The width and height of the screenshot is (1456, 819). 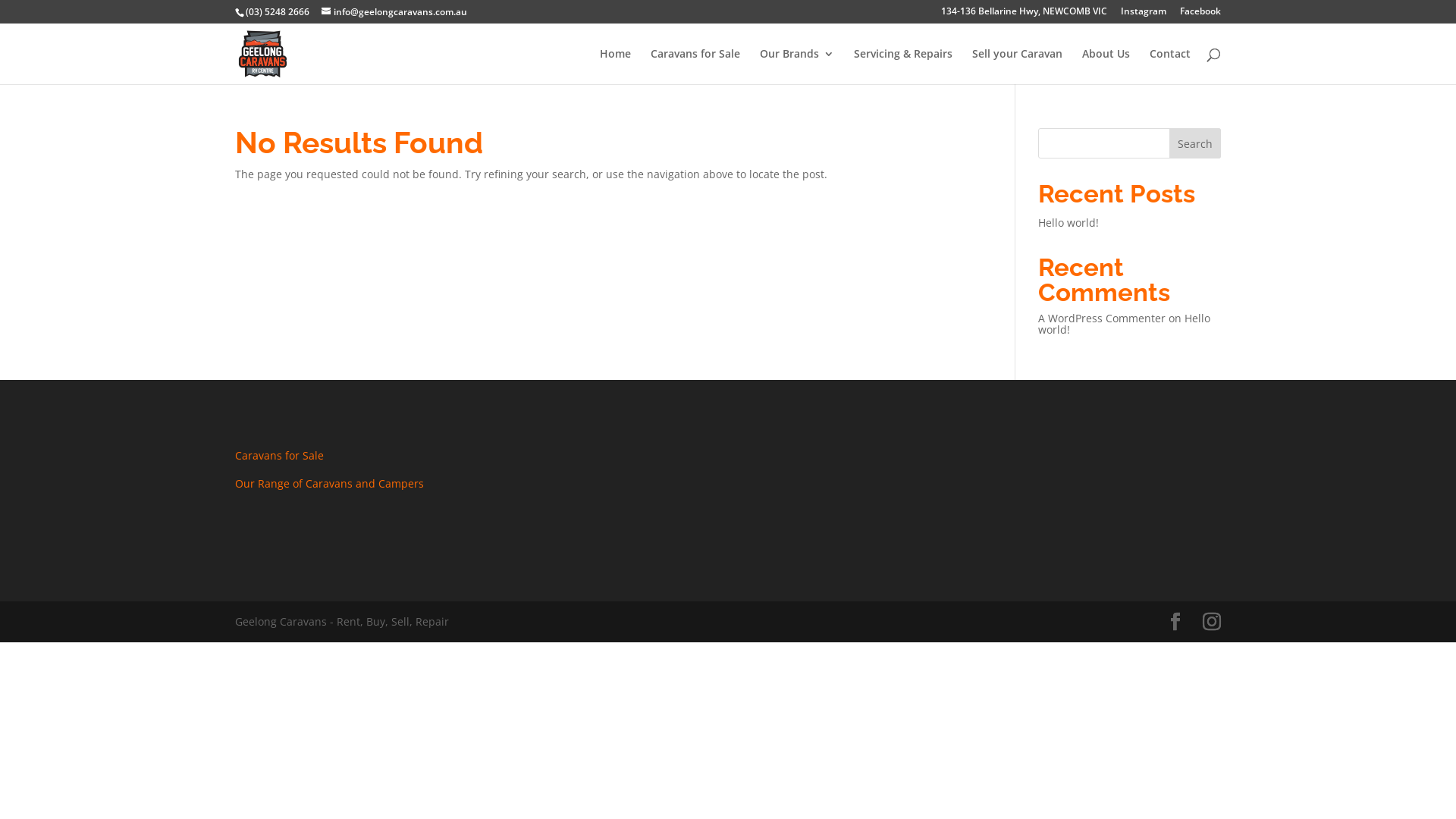 I want to click on 'Our Range of Caravans and Campers', so click(x=328, y=483).